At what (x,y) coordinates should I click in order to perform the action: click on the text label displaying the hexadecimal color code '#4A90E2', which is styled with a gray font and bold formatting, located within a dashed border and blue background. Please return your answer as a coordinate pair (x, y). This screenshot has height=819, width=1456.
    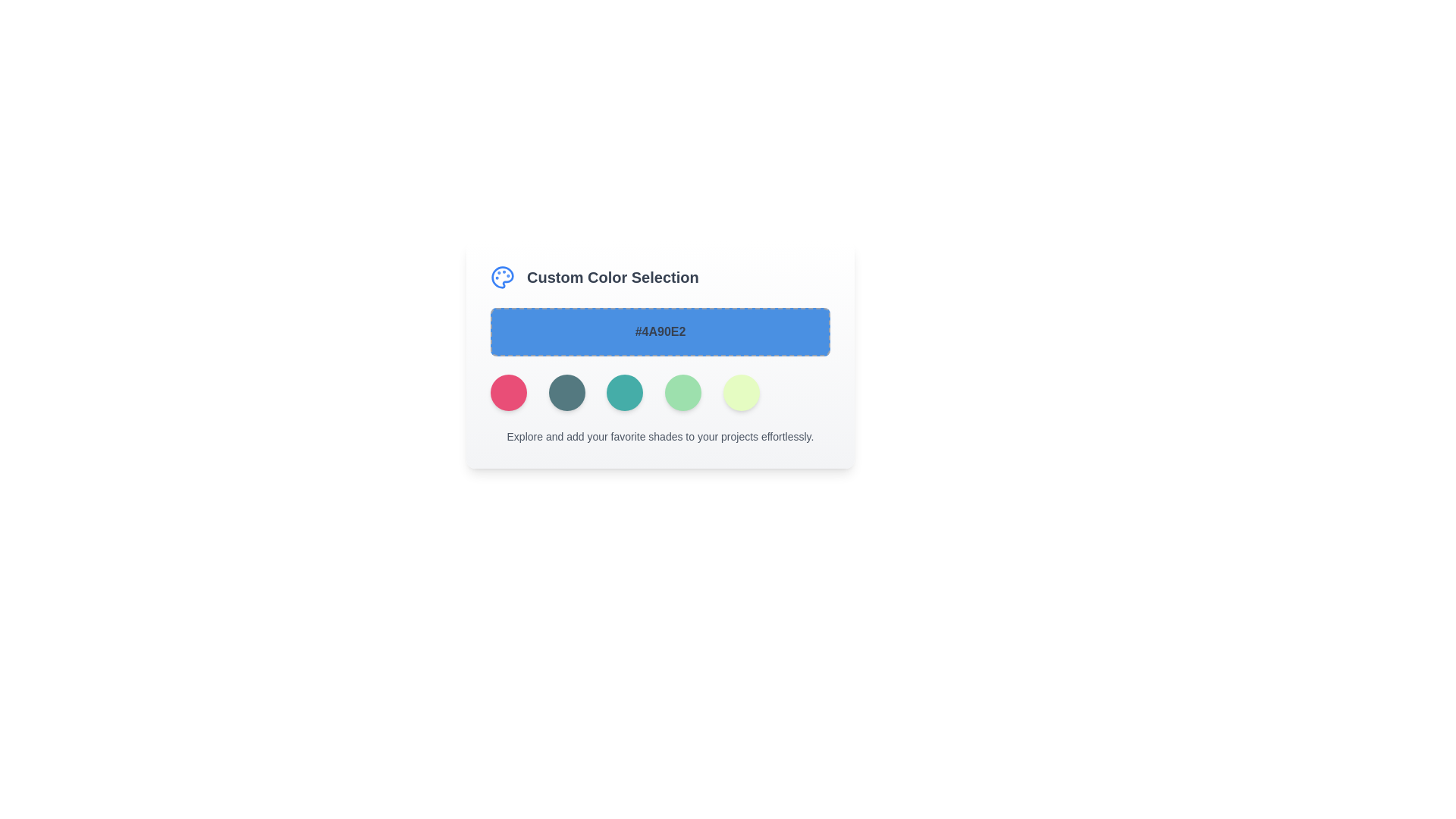
    Looking at the image, I should click on (660, 331).